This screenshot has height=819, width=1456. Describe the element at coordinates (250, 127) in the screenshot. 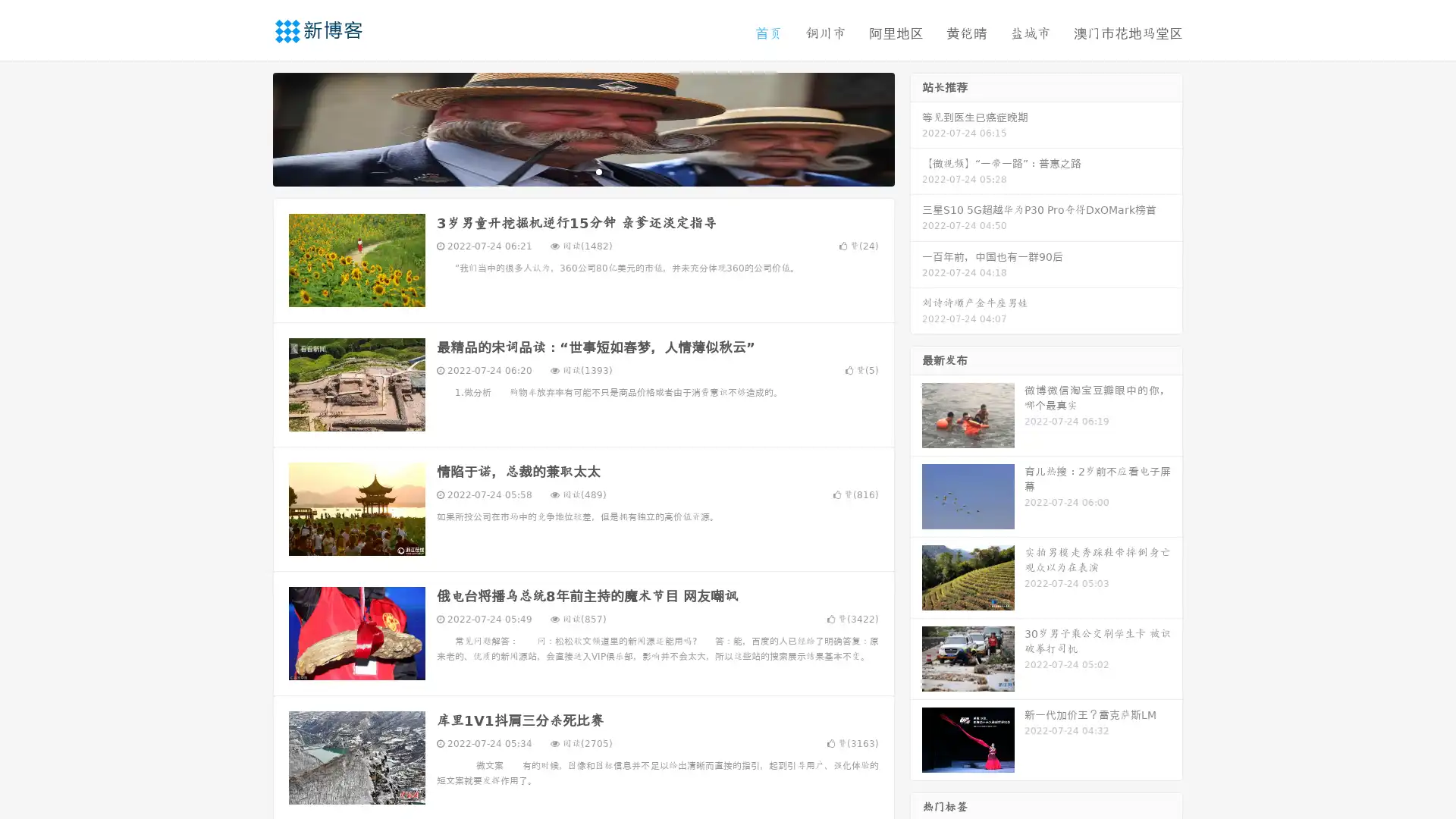

I see `Previous slide` at that location.